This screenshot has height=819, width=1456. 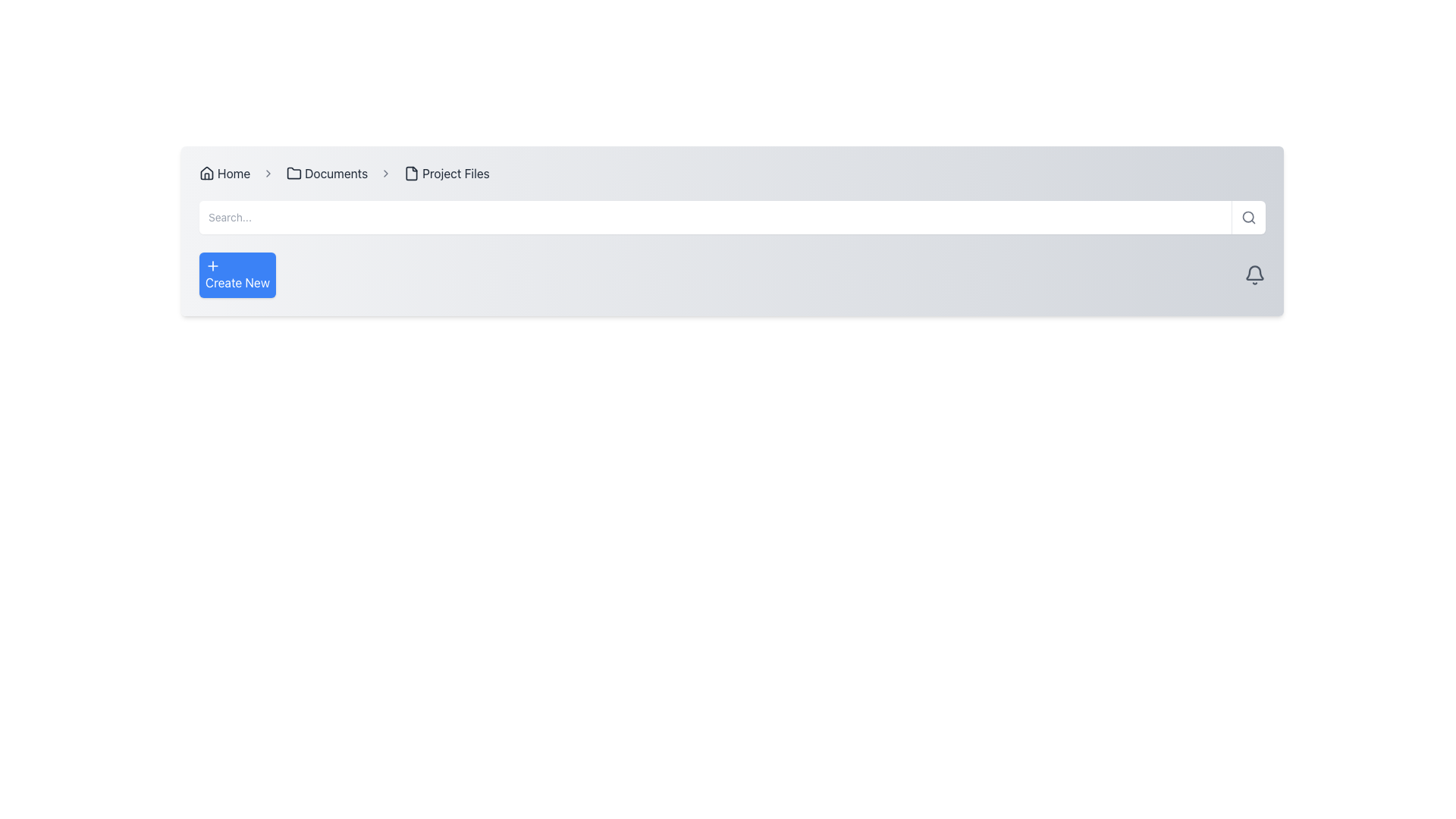 I want to click on the small SVG Circle inside the magnifying glass icon located on the right side of the search input field, so click(x=1248, y=217).